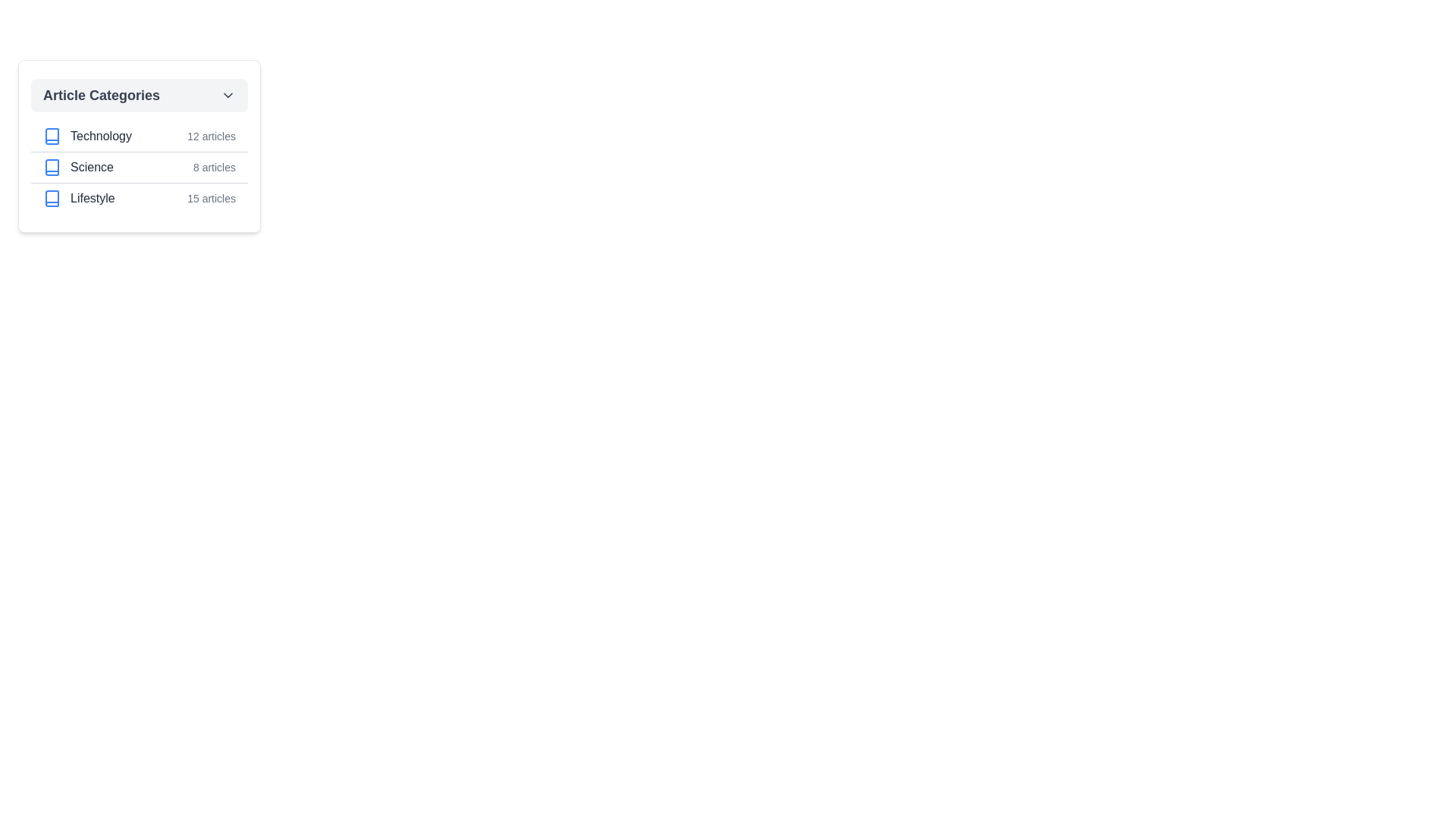  Describe the element at coordinates (52, 198) in the screenshot. I see `the stylized blue book icon located next to the 'Lifestyle' category in the list of article categories` at that location.